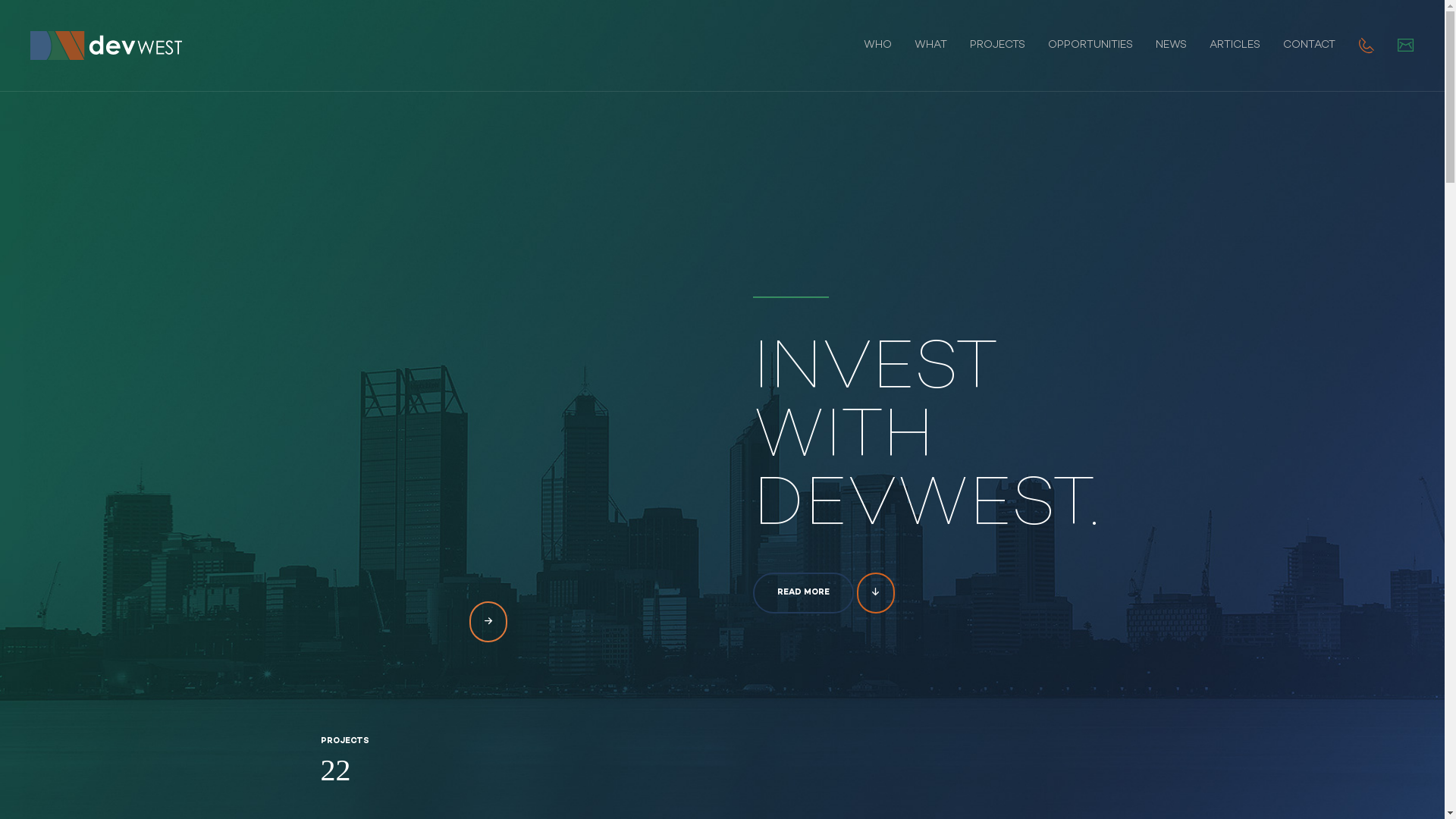 The height and width of the screenshot is (819, 1456). Describe the element at coordinates (997, 45) in the screenshot. I see `'PROJECTS'` at that location.